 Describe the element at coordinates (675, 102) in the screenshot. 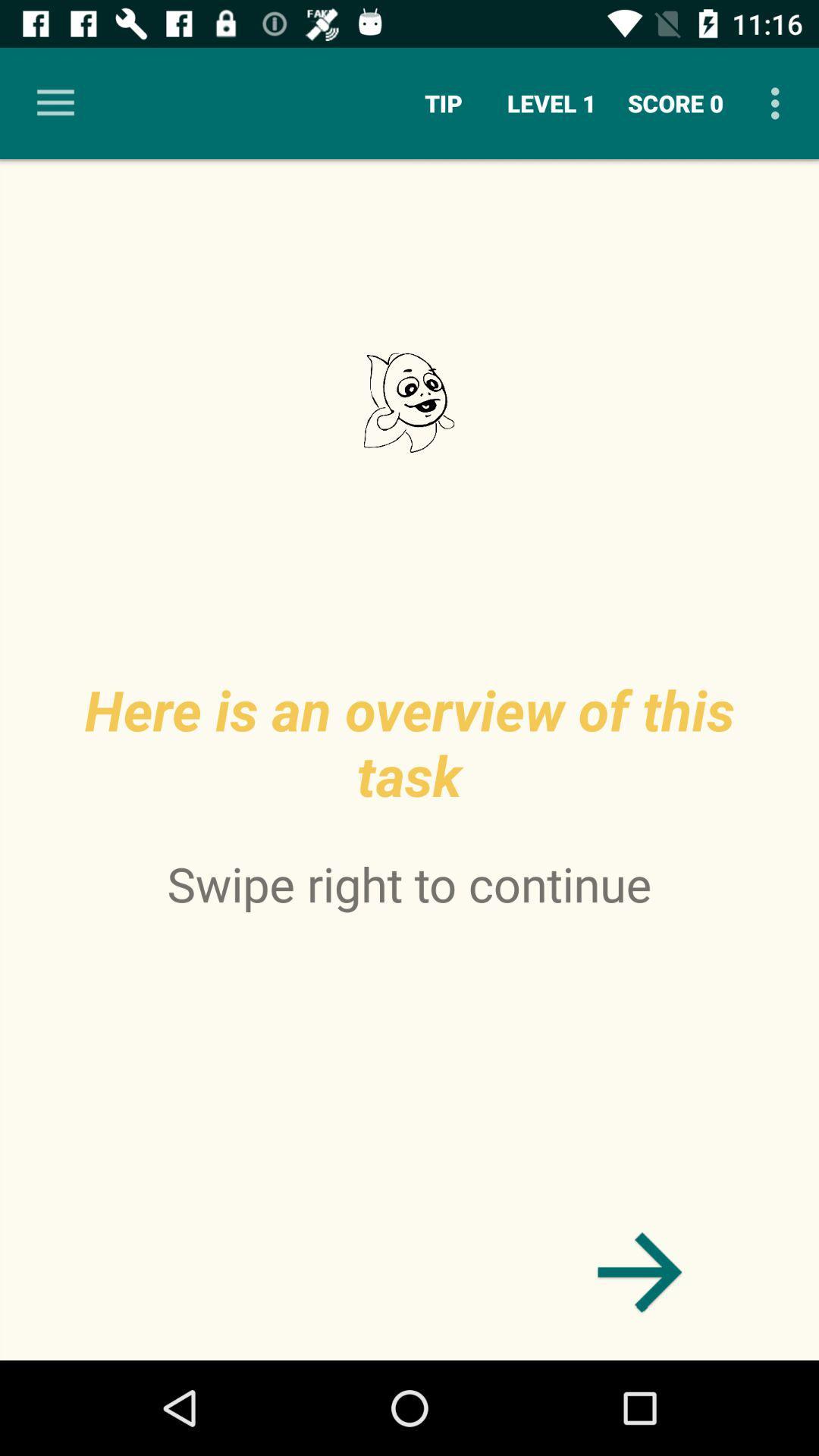

I see `the icon to the right of the level 1 item` at that location.